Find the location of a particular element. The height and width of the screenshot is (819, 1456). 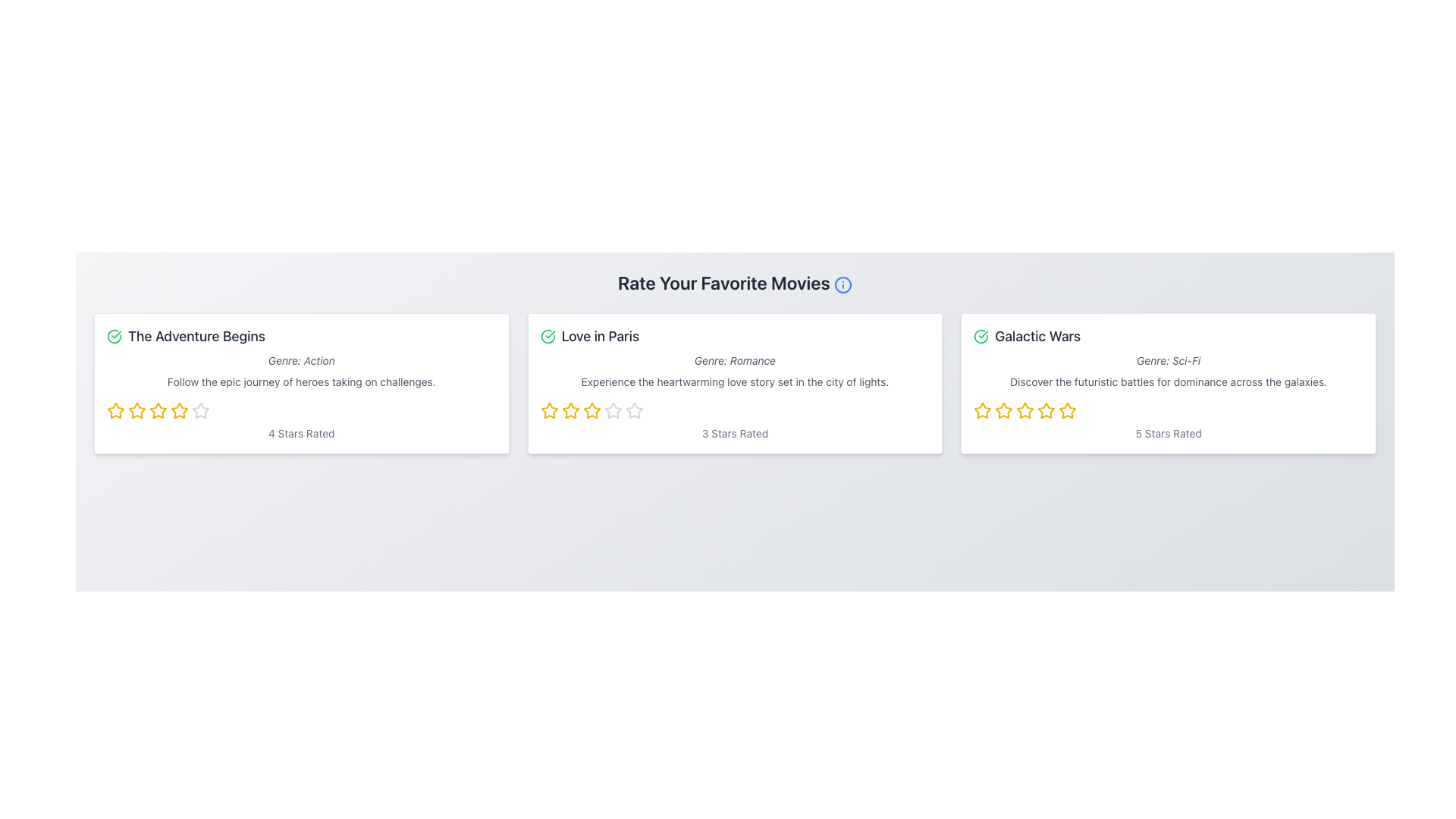

the third rating star under the 'Love in Paris' movie card is located at coordinates (570, 411).